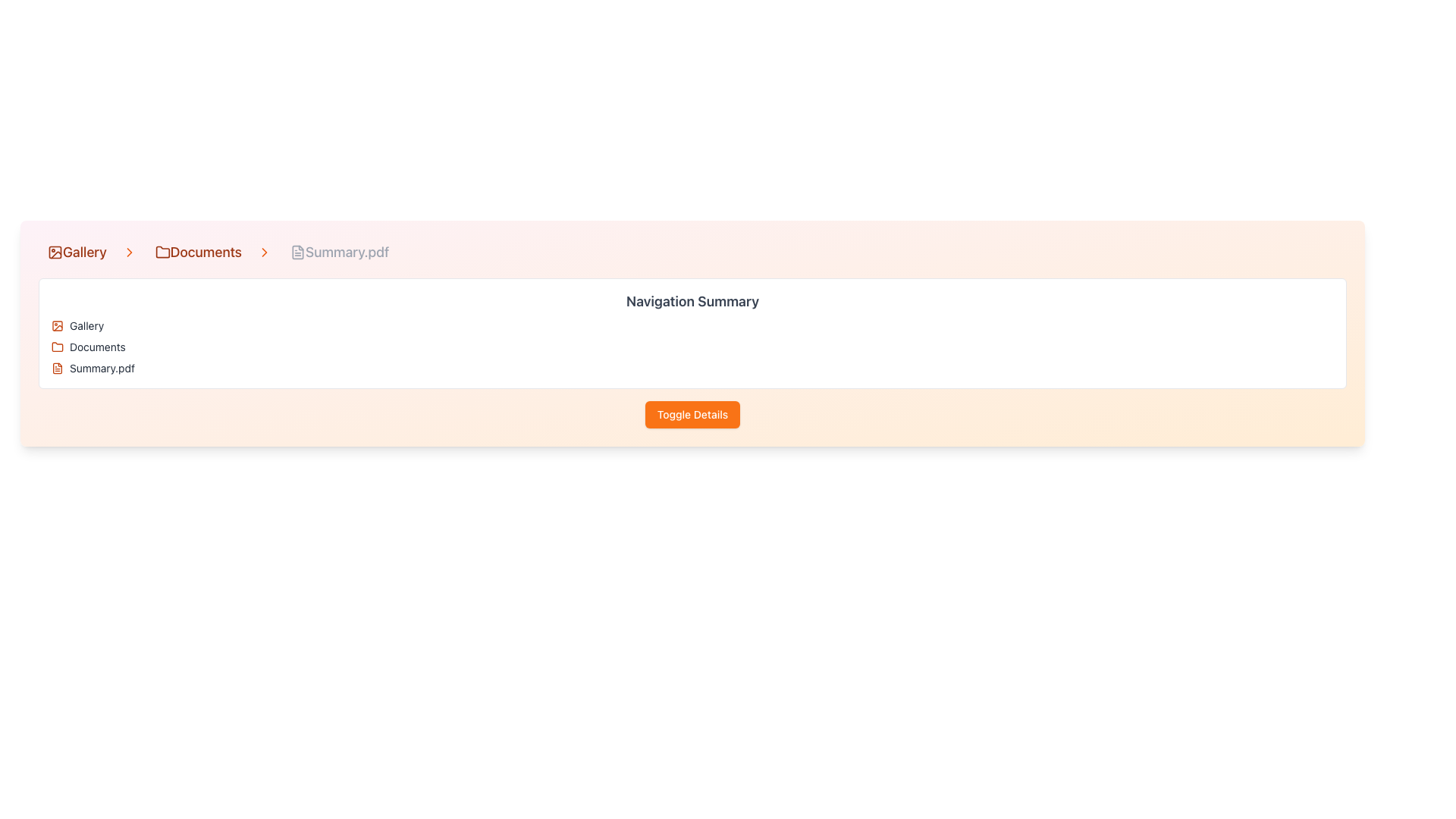 The width and height of the screenshot is (1456, 819). What do you see at coordinates (58, 369) in the screenshot?
I see `the orange document icon` at bounding box center [58, 369].